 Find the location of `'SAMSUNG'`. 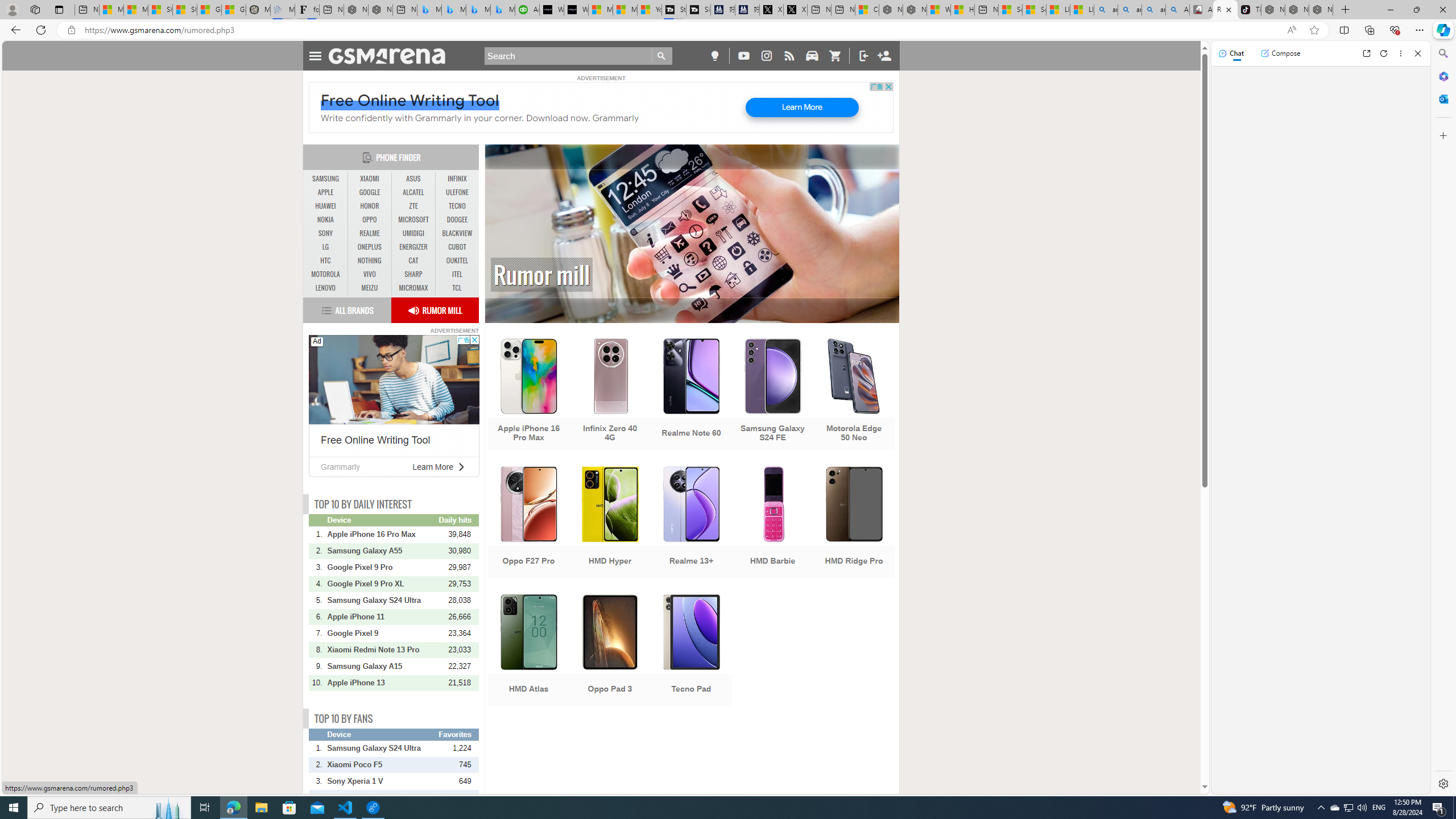

'SAMSUNG' is located at coordinates (325, 179).